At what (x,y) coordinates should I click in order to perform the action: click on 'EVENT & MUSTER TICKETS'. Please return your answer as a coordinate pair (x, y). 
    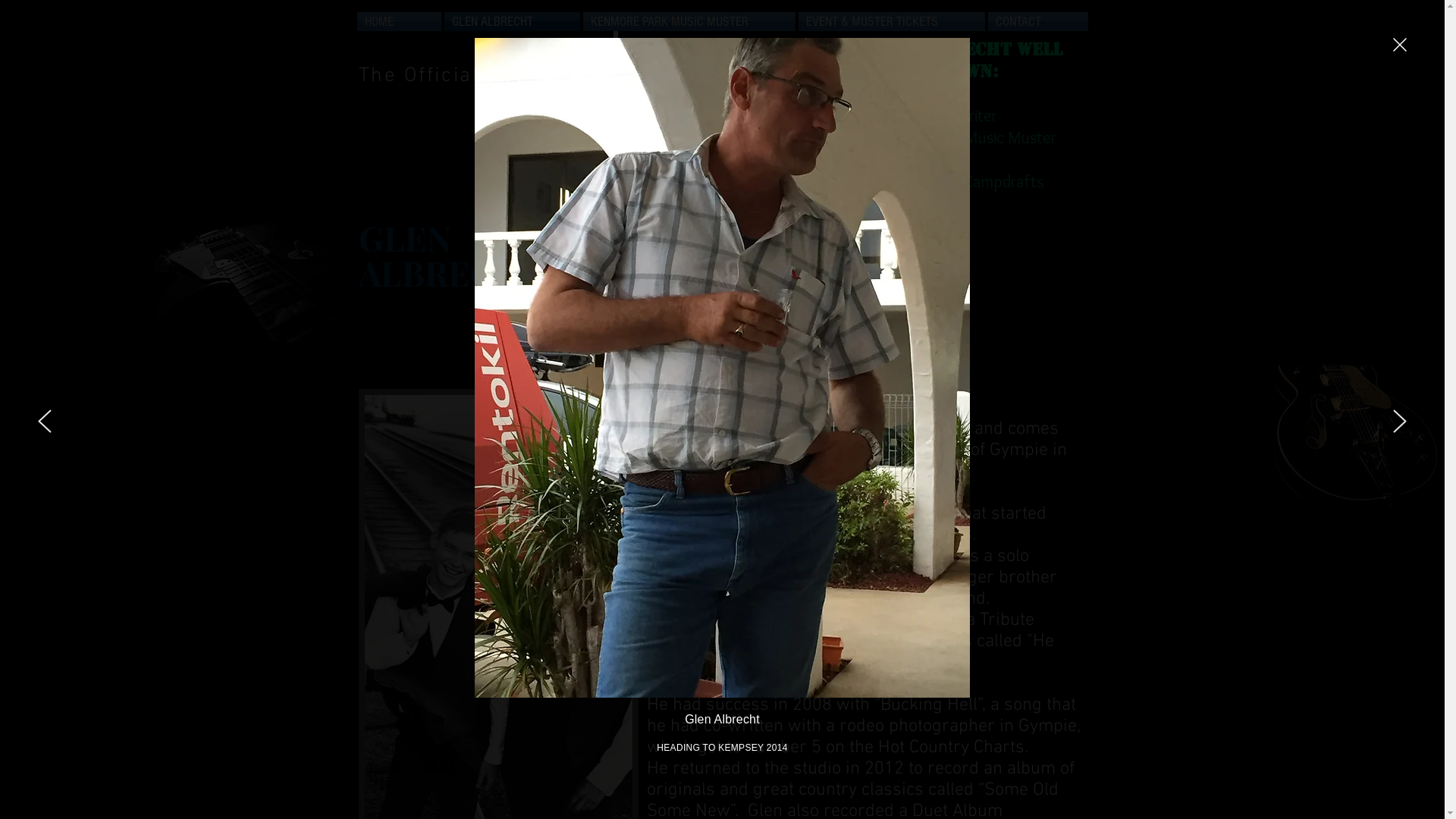
    Looking at the image, I should click on (891, 21).